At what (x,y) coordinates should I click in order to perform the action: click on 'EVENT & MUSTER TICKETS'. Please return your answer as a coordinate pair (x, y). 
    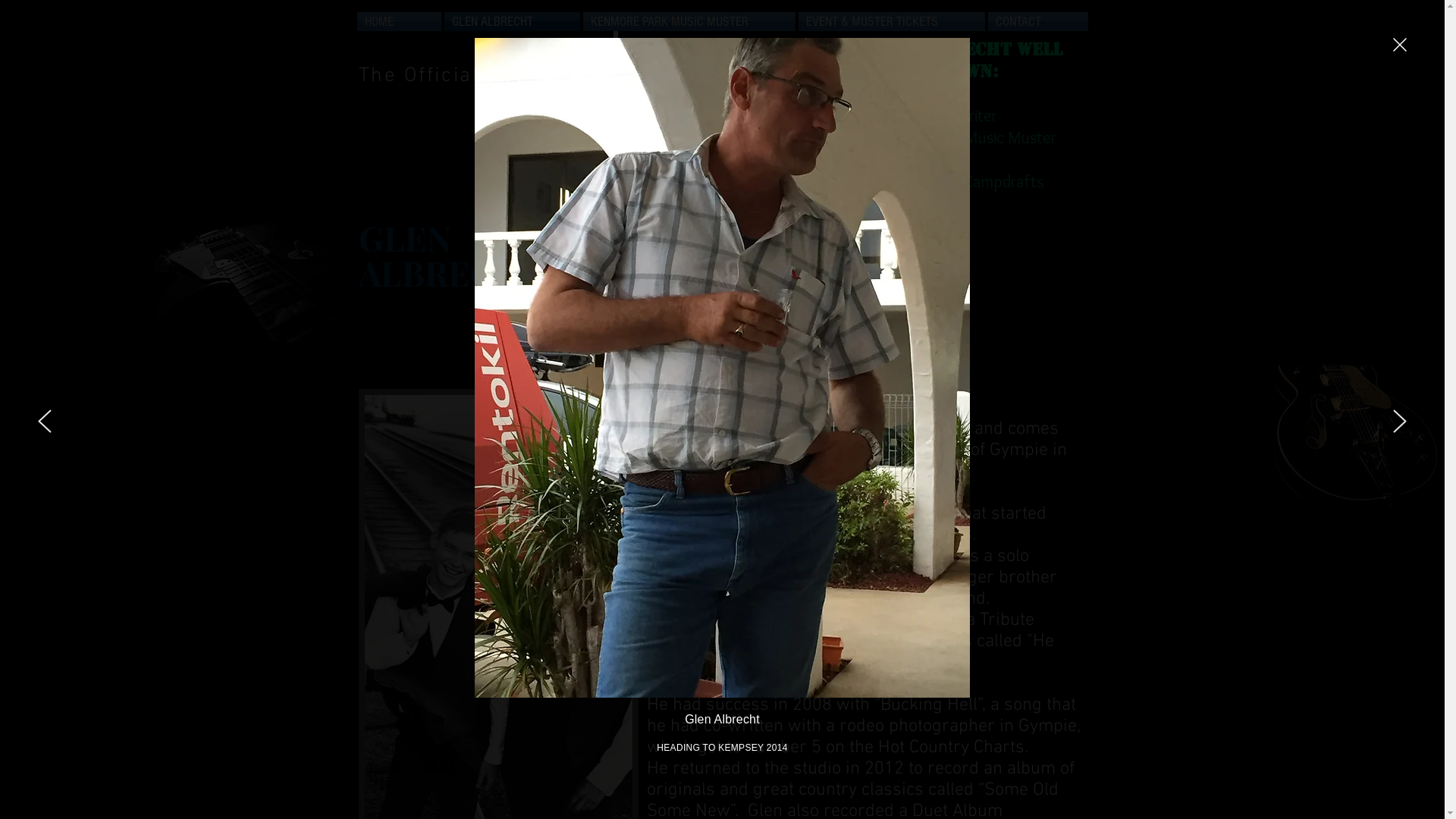
    Looking at the image, I should click on (891, 21).